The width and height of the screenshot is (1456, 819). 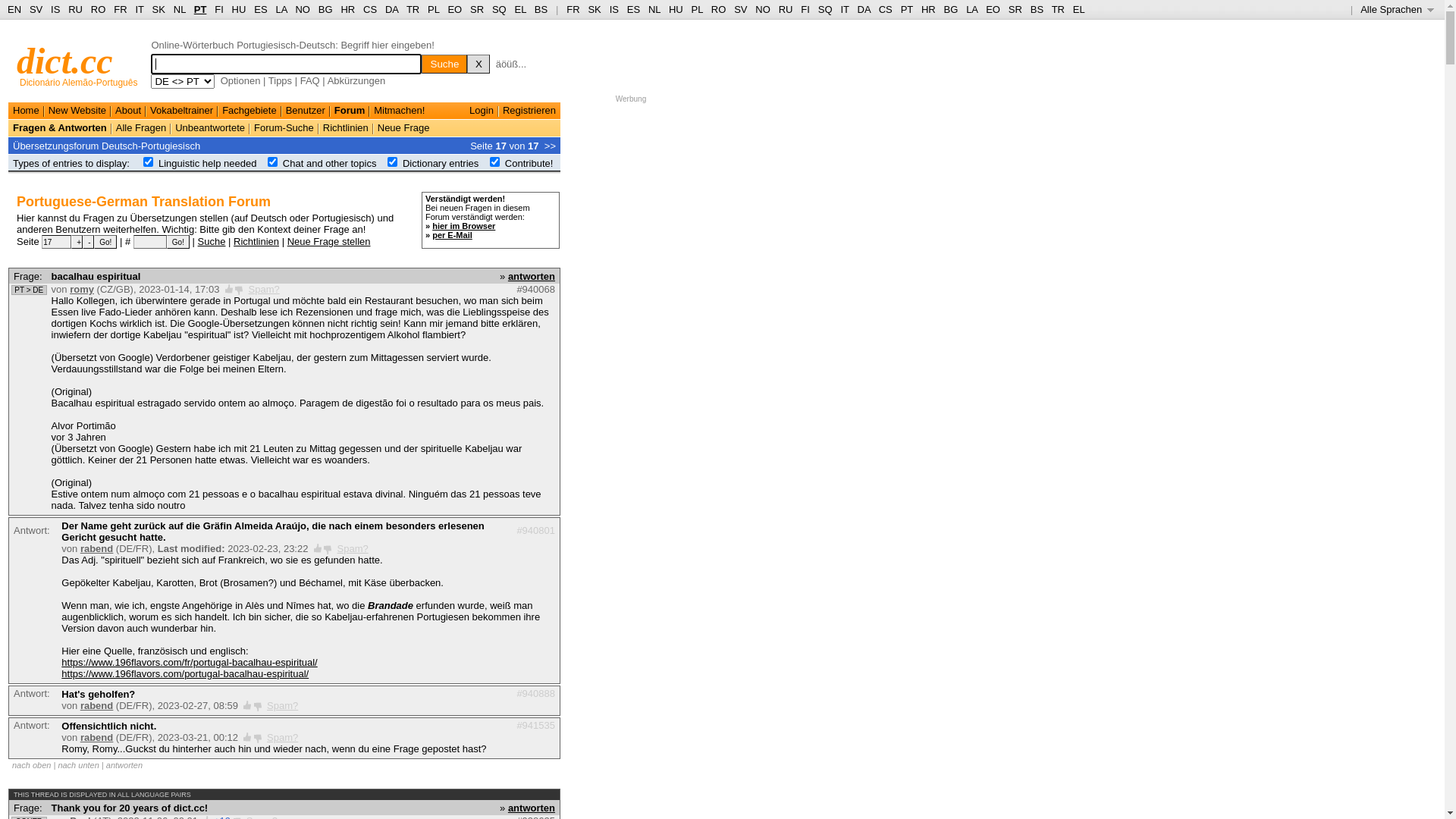 I want to click on 'Forum-Suche', so click(x=254, y=127).